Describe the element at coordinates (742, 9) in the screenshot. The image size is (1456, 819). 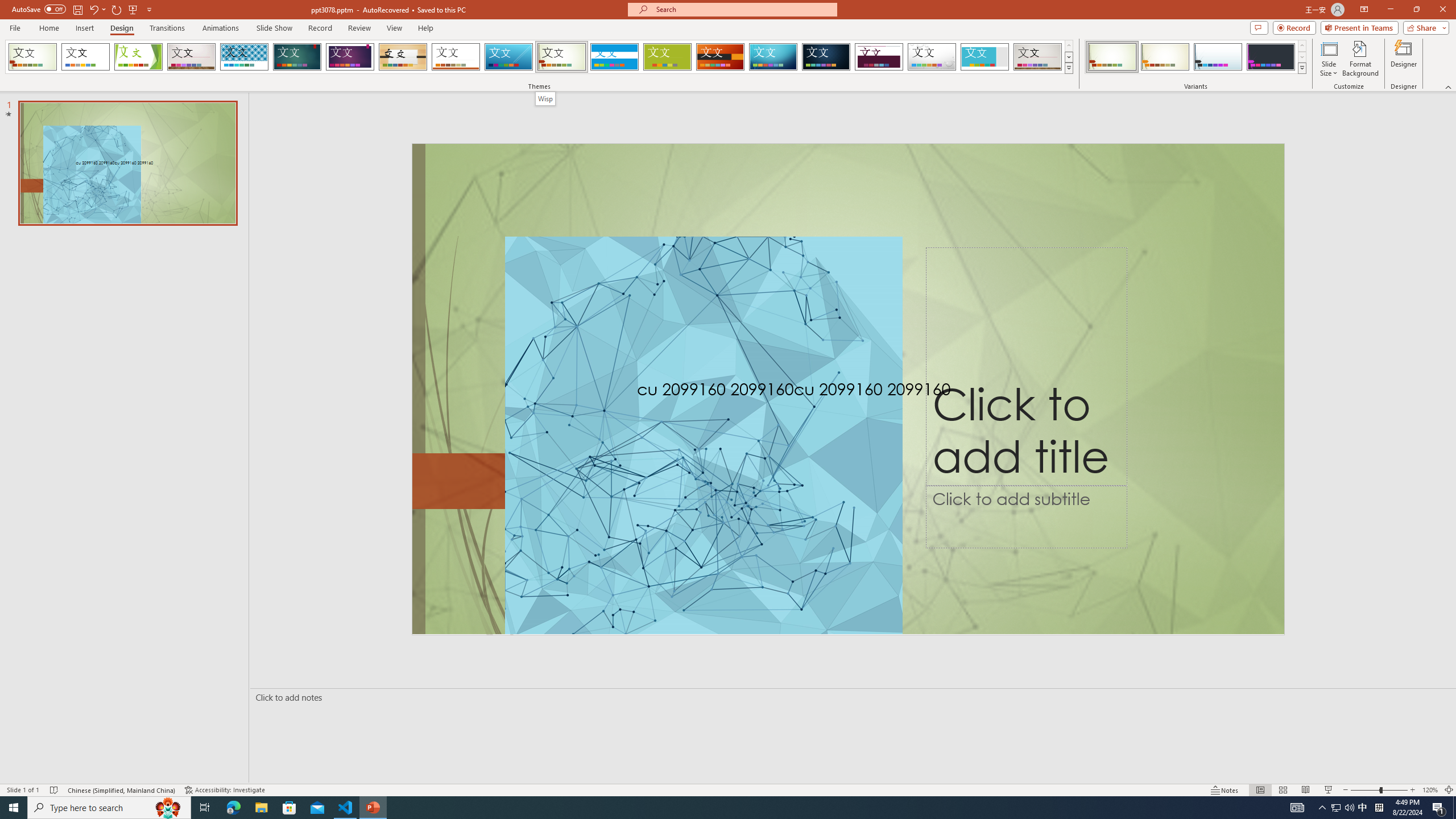
I see `'Microsoft search'` at that location.